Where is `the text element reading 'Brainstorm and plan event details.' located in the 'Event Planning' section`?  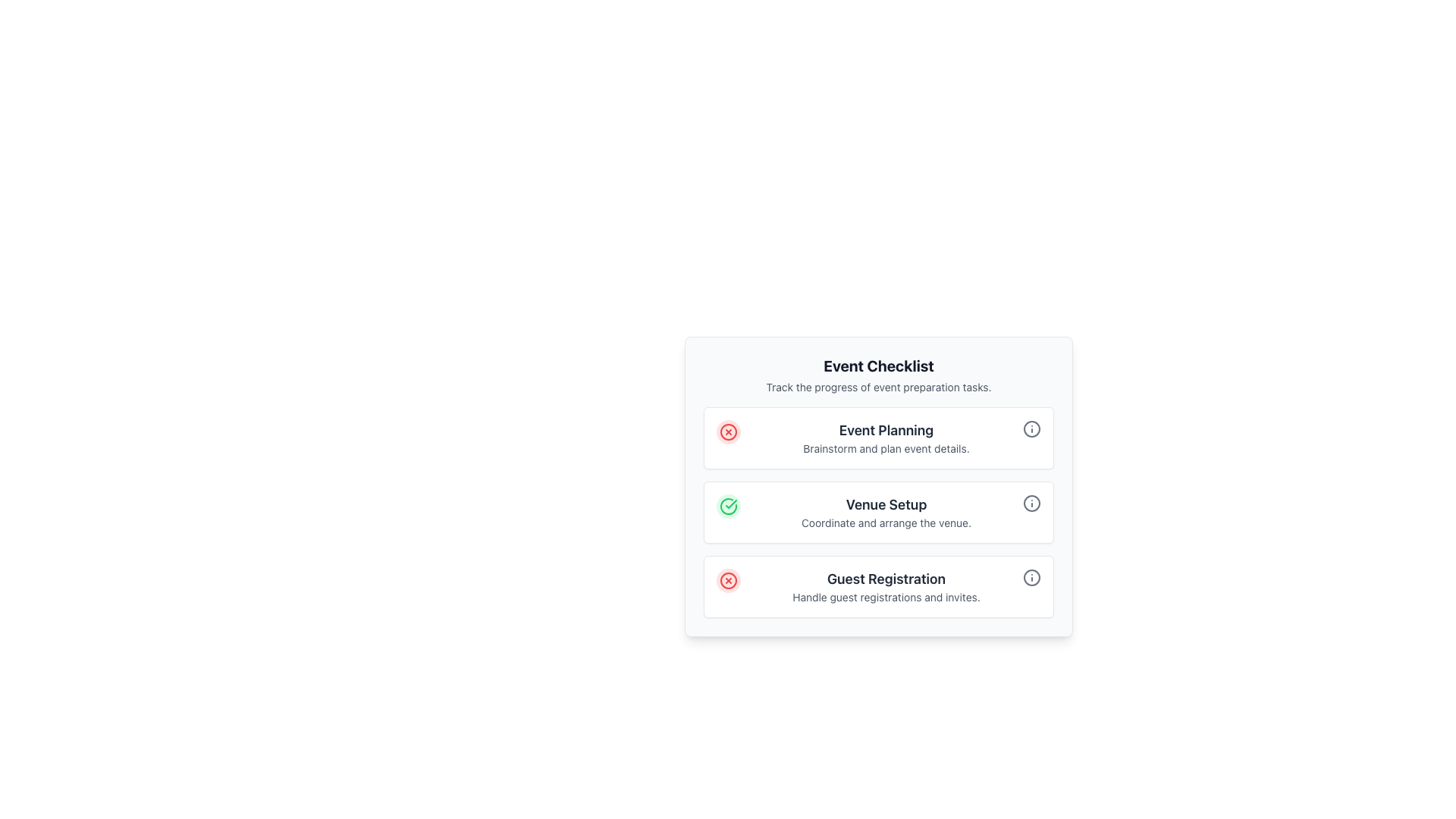
the text element reading 'Brainstorm and plan event details.' located in the 'Event Planning' section is located at coordinates (886, 447).